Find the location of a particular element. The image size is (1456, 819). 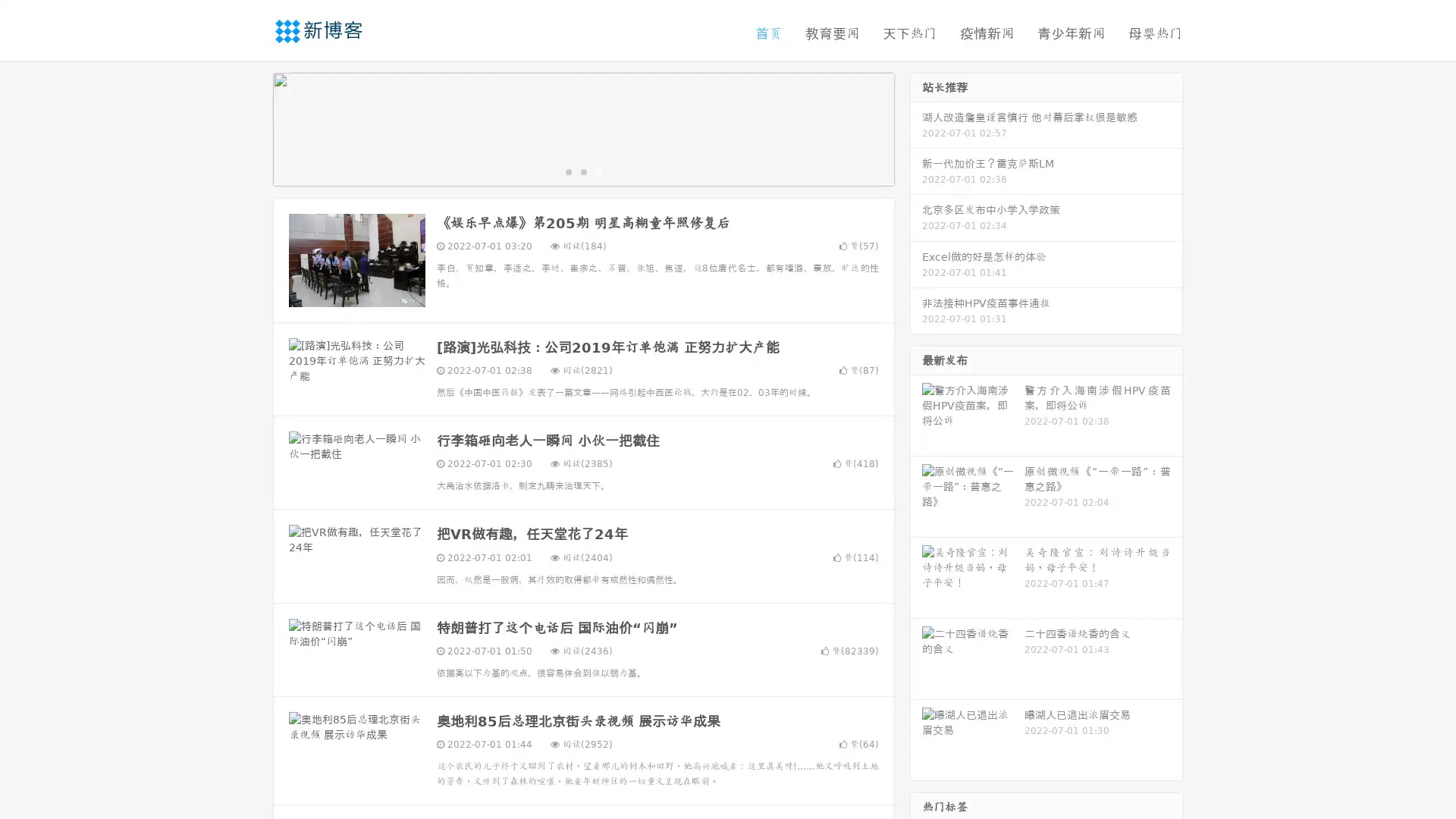

Go to slide 1 is located at coordinates (567, 171).